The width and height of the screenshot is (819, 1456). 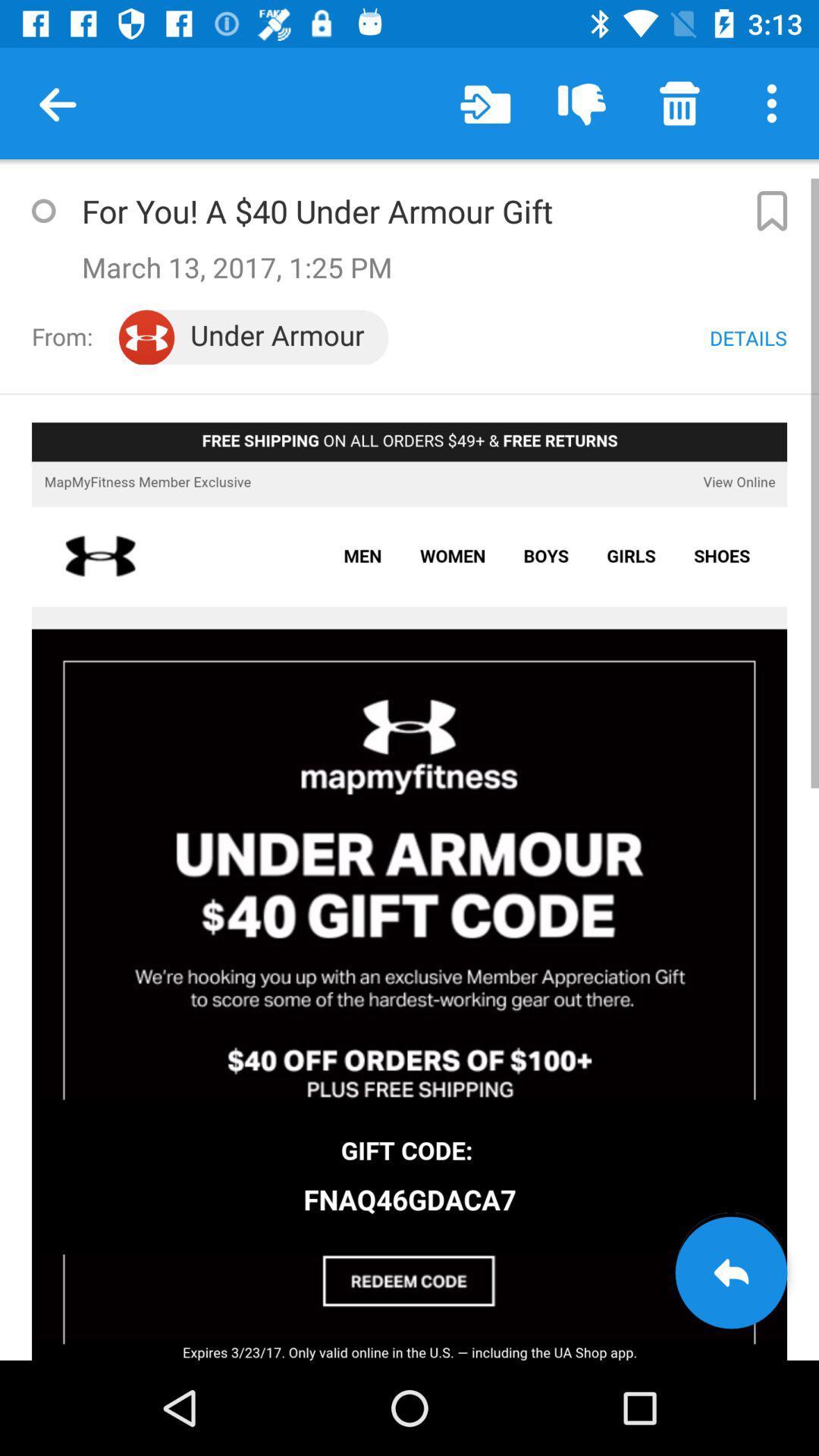 What do you see at coordinates (730, 1272) in the screenshot?
I see `goto back` at bounding box center [730, 1272].